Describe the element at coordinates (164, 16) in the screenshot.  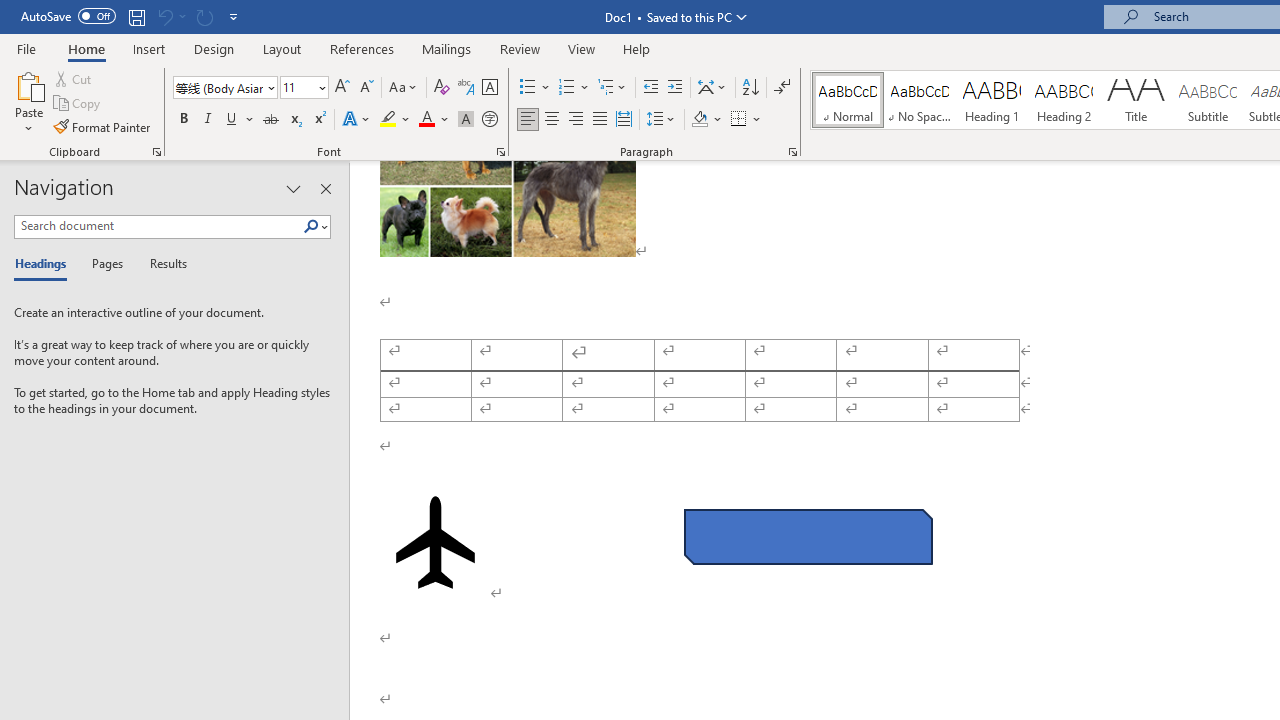
I see `'Can'` at that location.